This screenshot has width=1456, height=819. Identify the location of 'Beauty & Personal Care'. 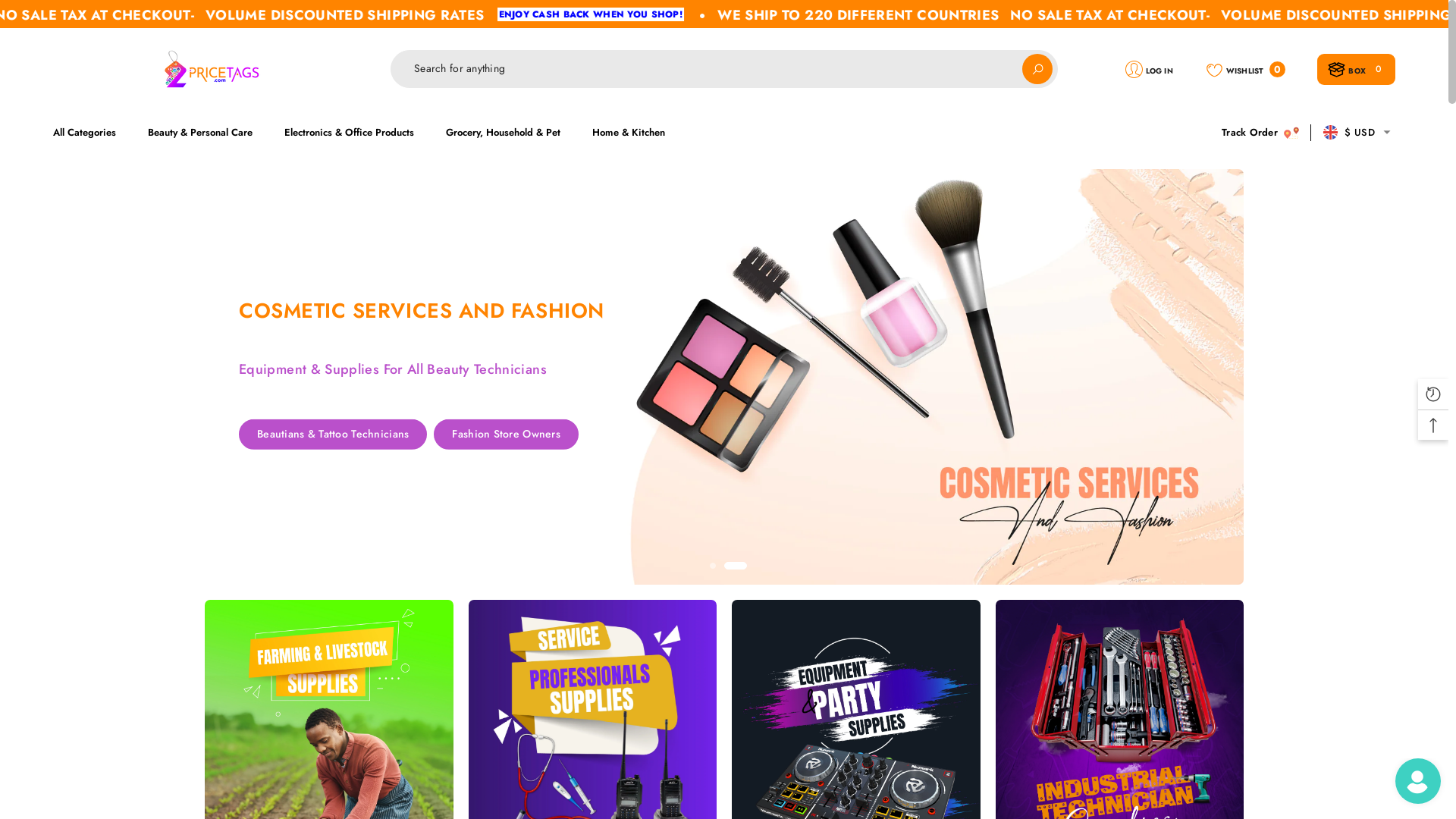
(199, 131).